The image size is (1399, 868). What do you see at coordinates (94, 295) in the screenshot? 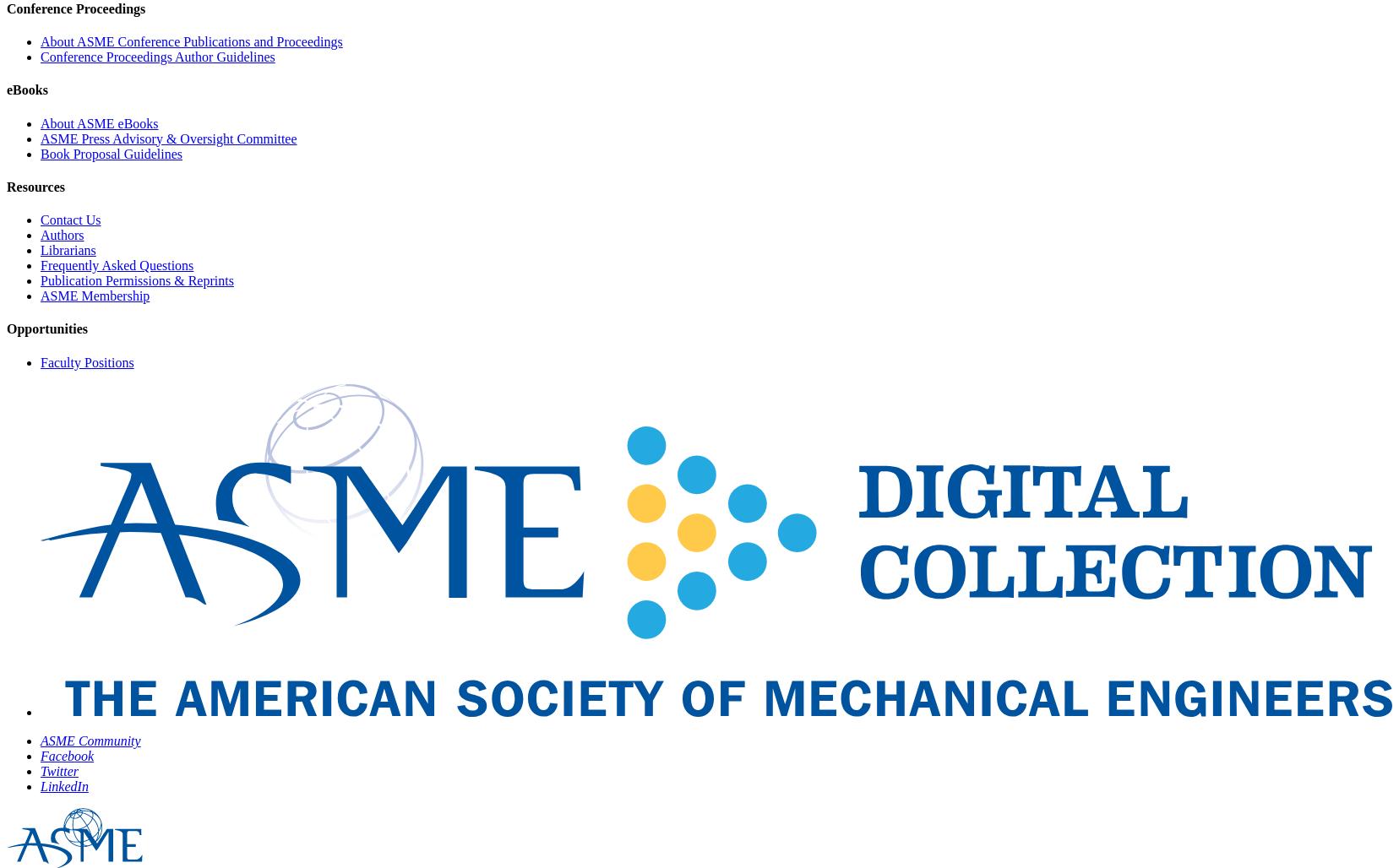
I see `'ASME Membership'` at bounding box center [94, 295].